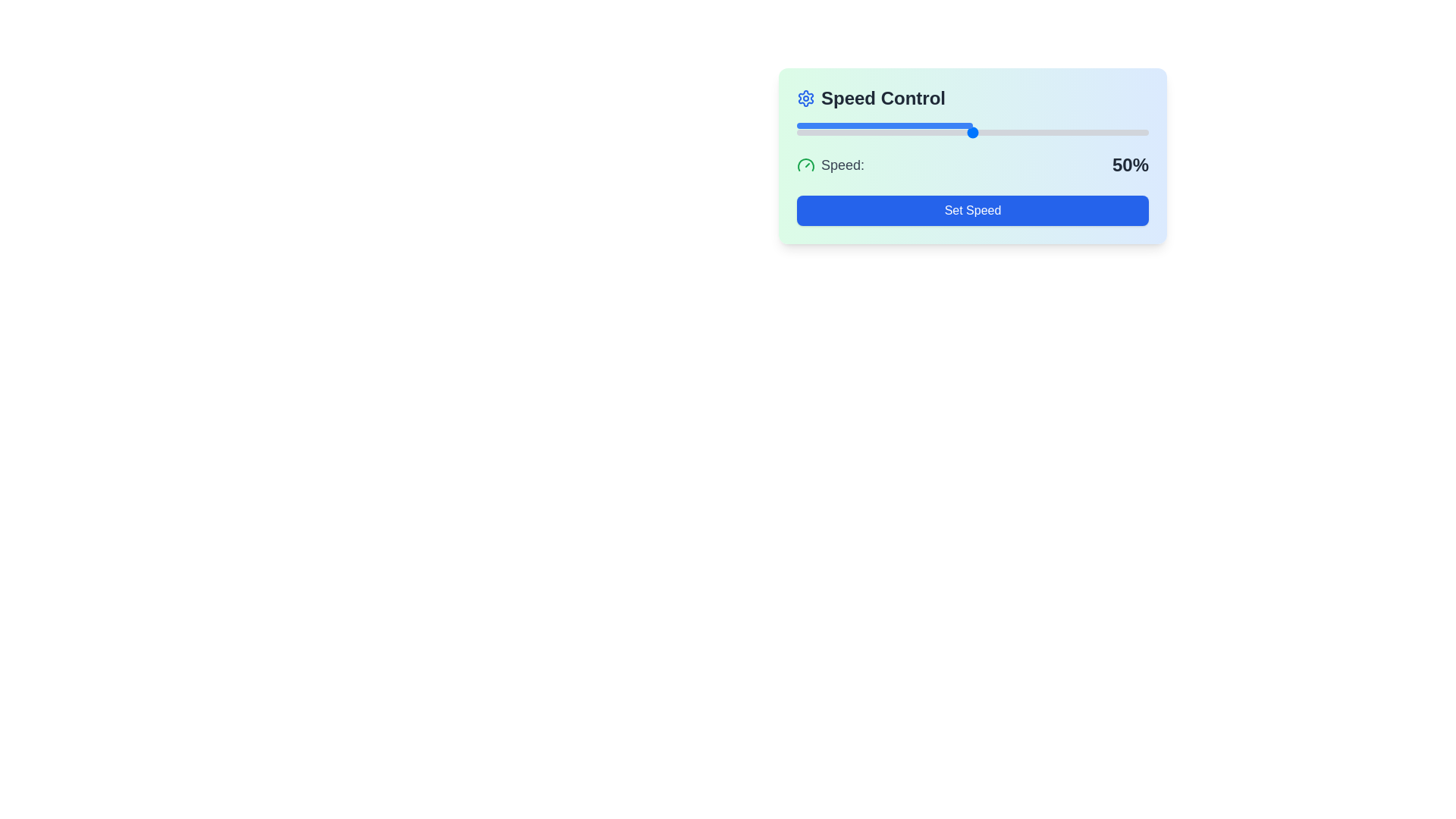 This screenshot has width=1456, height=819. I want to click on the 'Speed:' label in the speed control interface, which is located immediately to the right of a small green gauge icon, so click(842, 165).